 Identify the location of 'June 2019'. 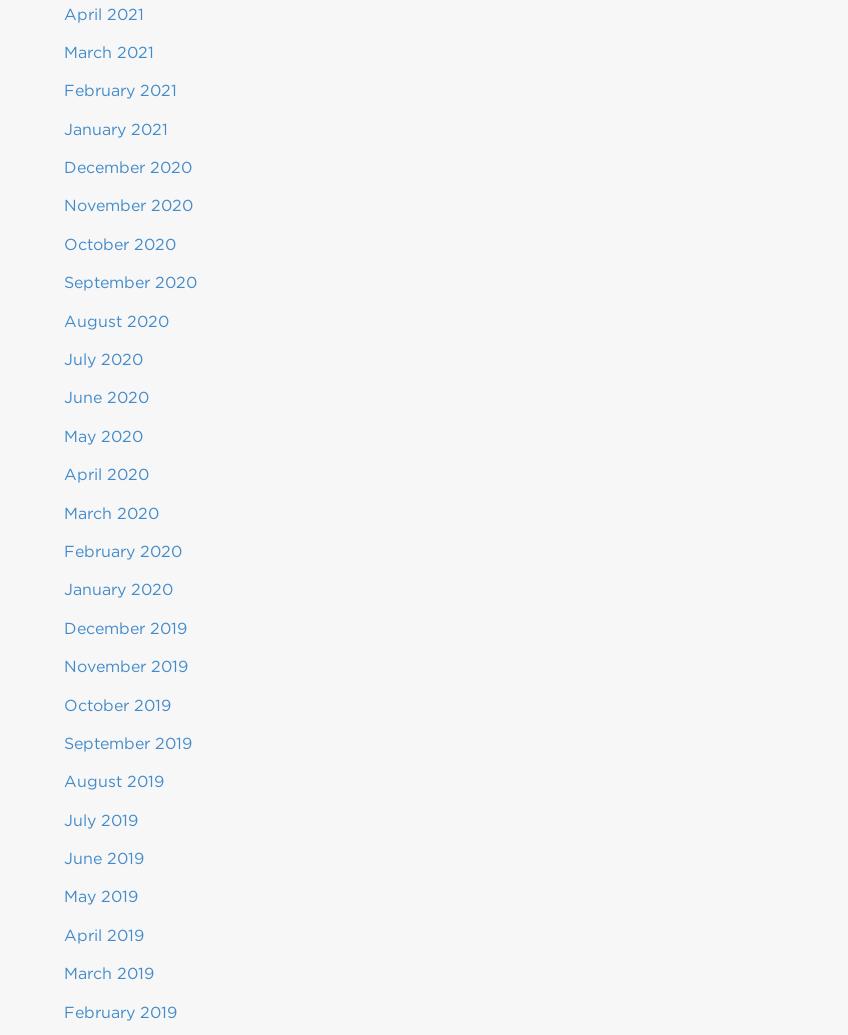
(103, 857).